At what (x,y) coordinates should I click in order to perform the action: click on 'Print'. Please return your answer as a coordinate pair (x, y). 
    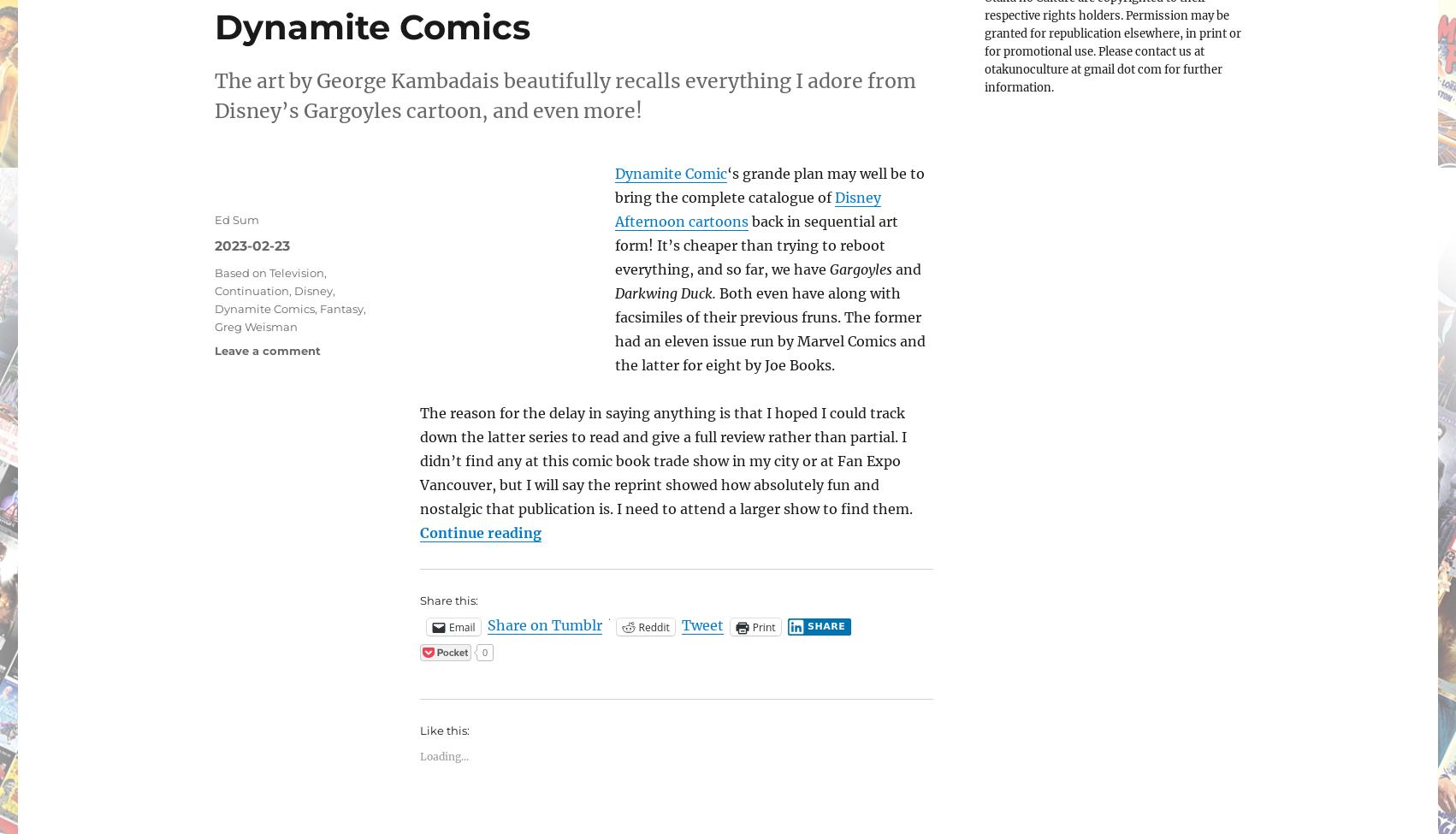
    Looking at the image, I should click on (763, 625).